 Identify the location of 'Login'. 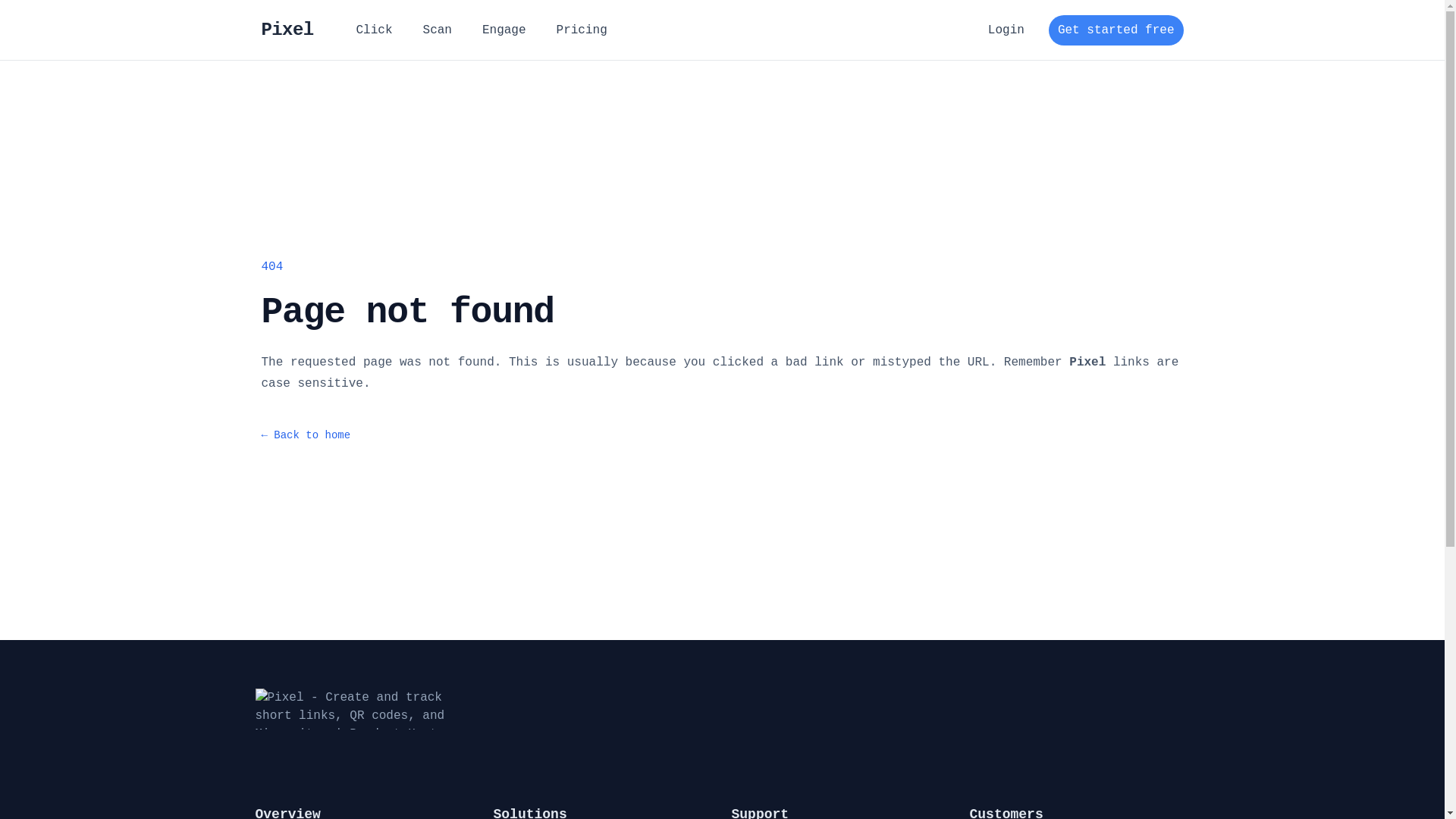
(1006, 30).